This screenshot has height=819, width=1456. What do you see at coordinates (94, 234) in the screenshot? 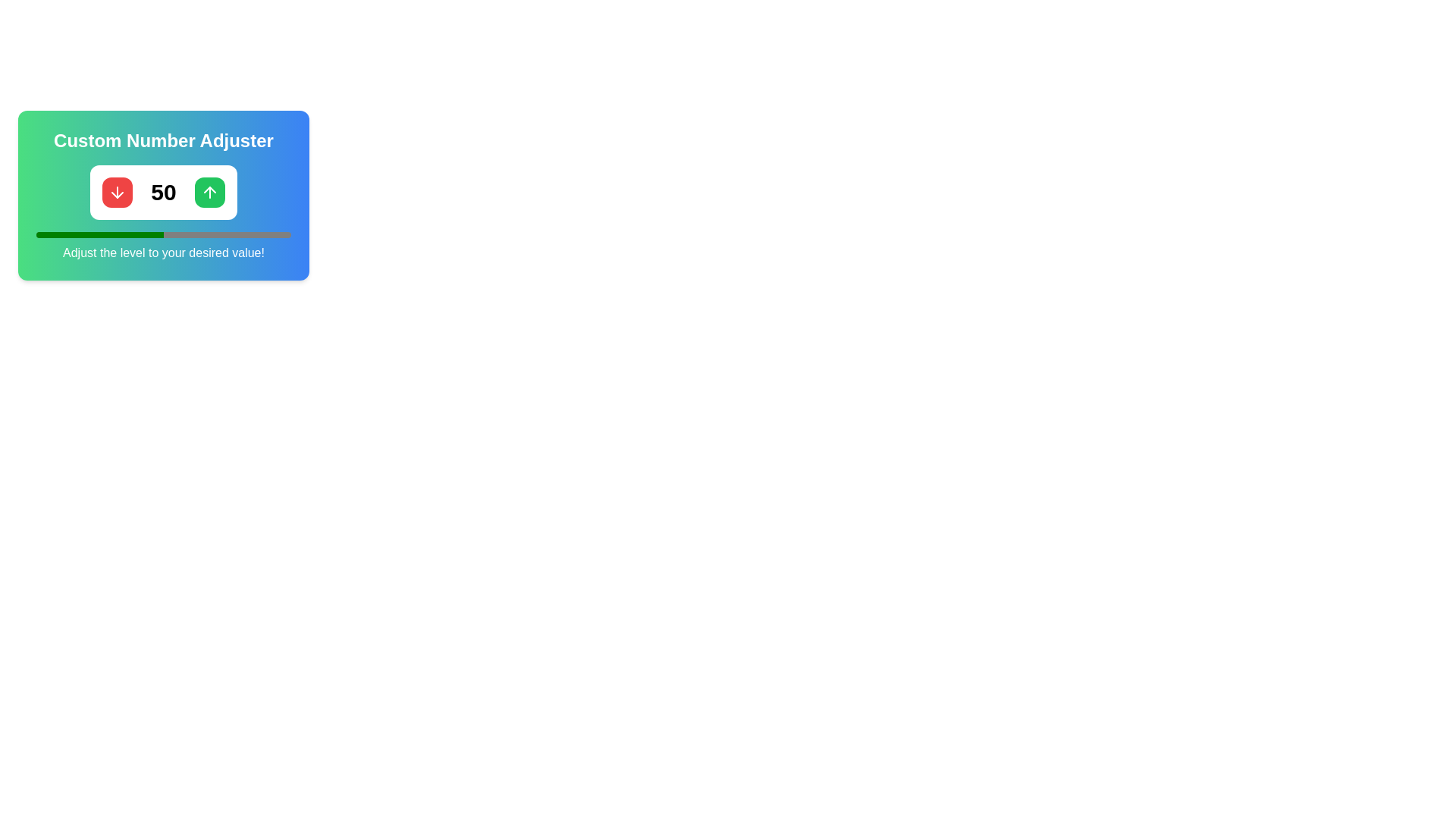
I see `the slider value` at bounding box center [94, 234].